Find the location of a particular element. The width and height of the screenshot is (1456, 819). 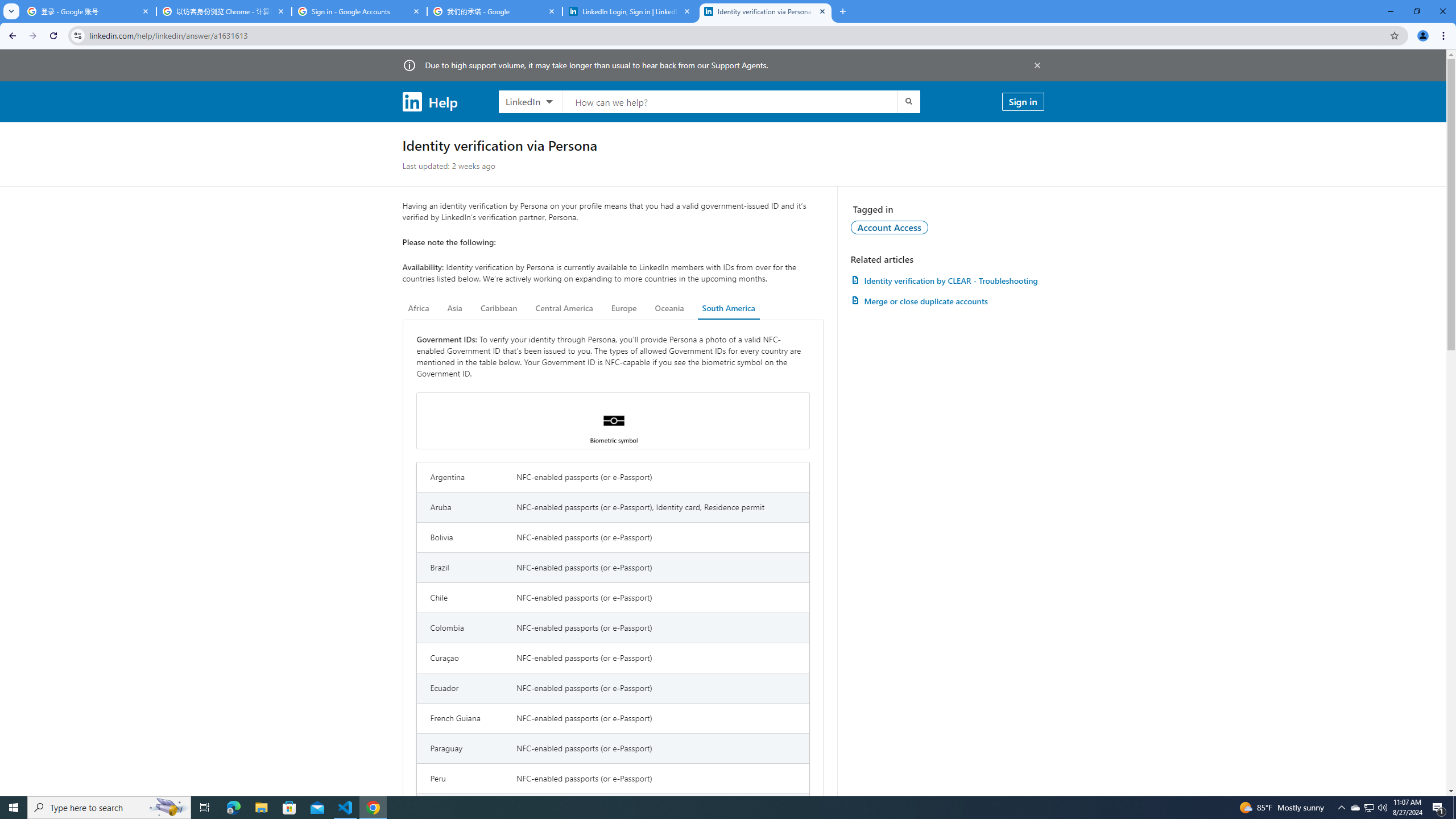

'Caribbean' is located at coordinates (499, 308).